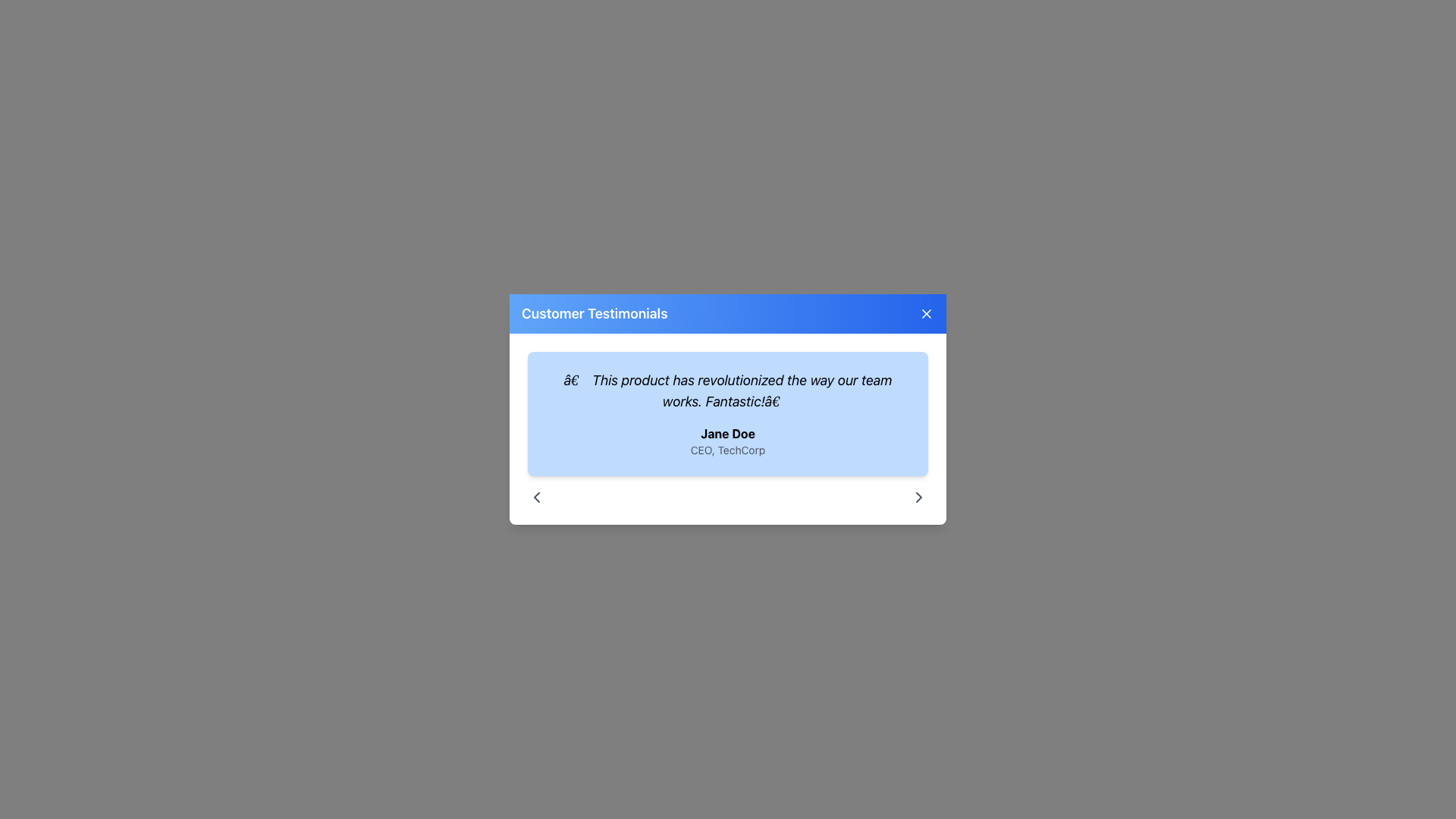 The height and width of the screenshot is (819, 1456). Describe the element at coordinates (926, 312) in the screenshot. I see `the close button represented by an 'X' shape in the top-right corner of the 'Customer Testimonials' section` at that location.